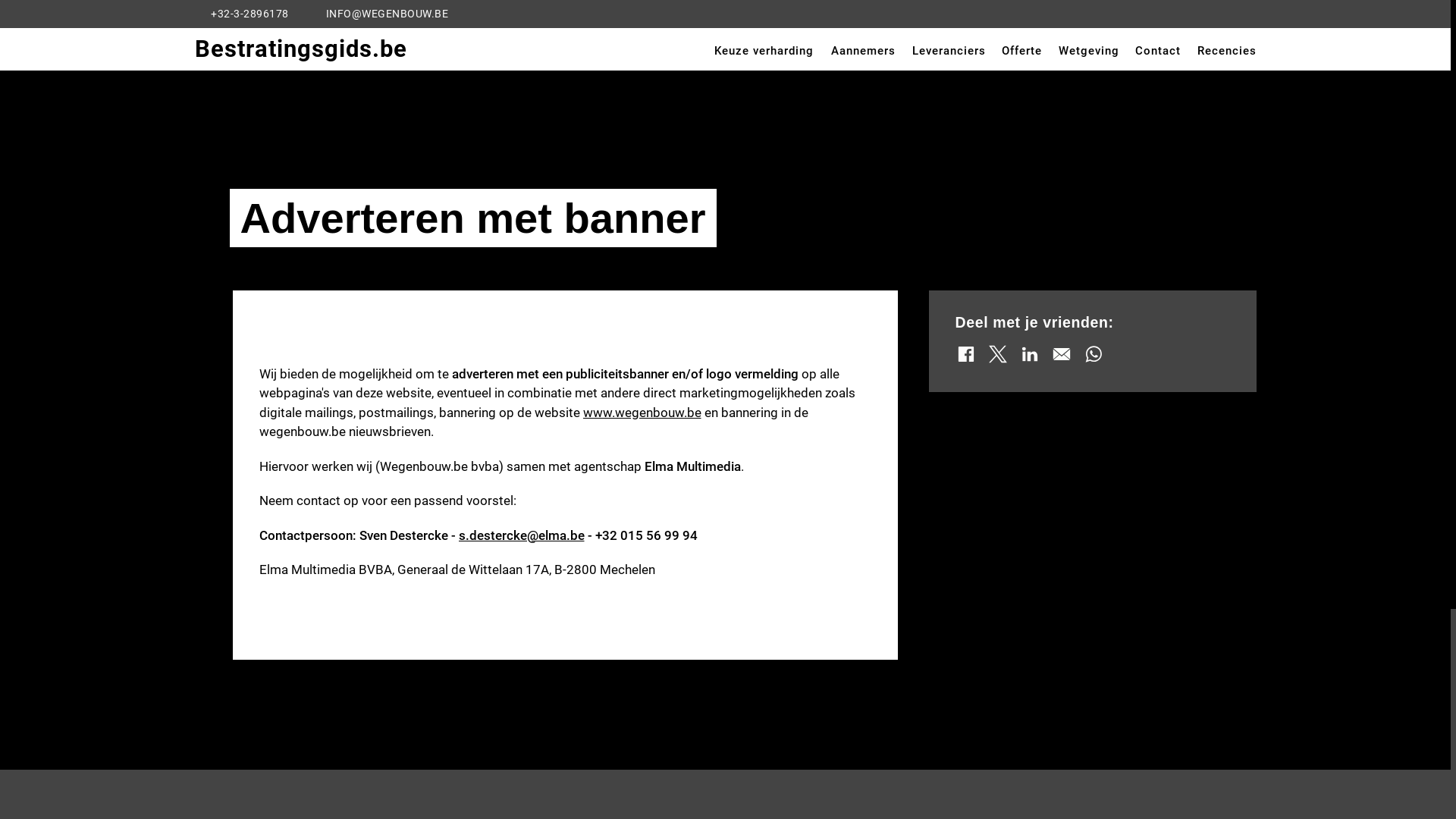 The image size is (1456, 819). What do you see at coordinates (1087, 52) in the screenshot?
I see `'Wetgeving'` at bounding box center [1087, 52].